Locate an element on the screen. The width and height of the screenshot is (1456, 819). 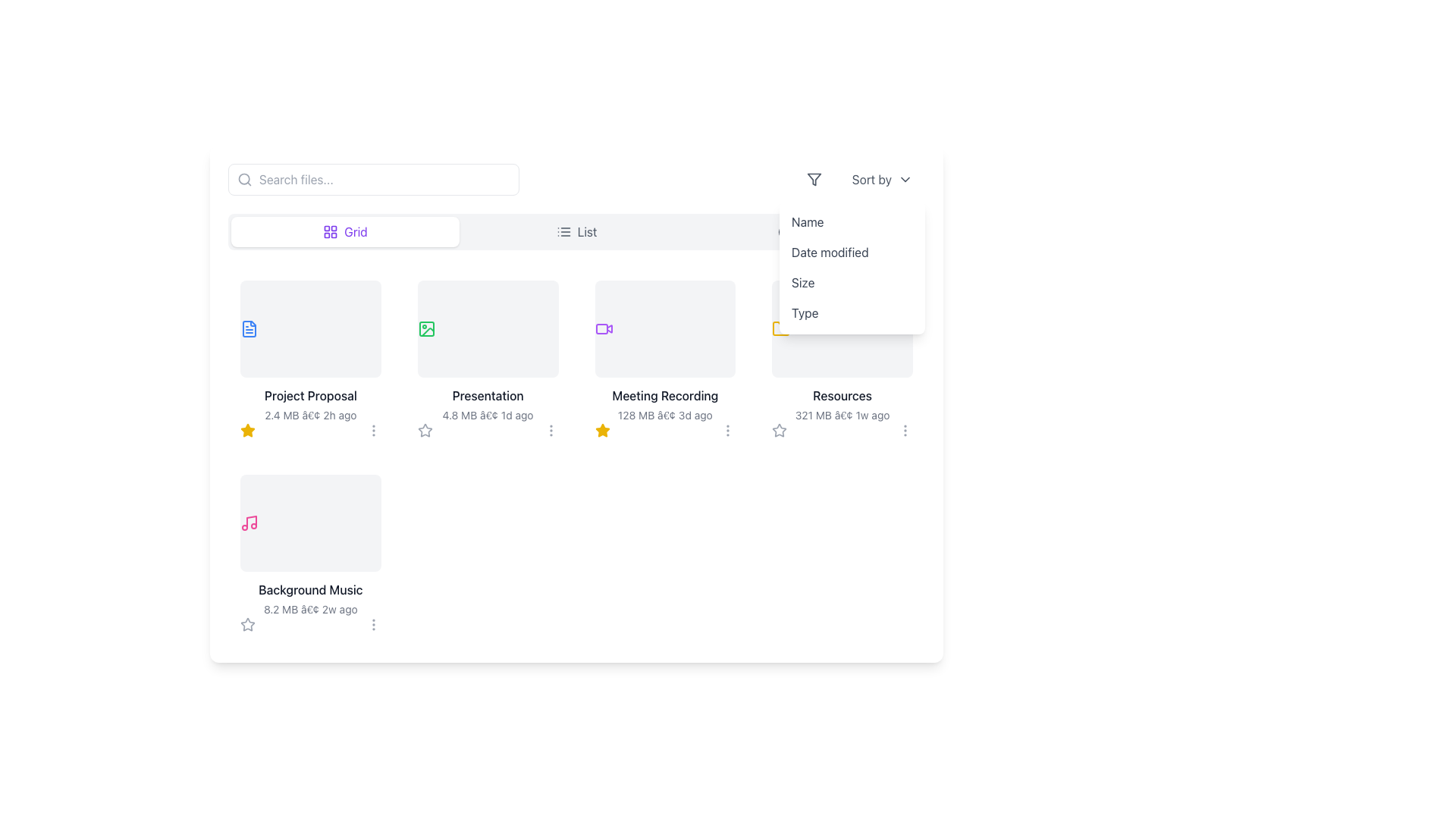
the smaller rectangular component of the video-related icon located on the left side within the purple outline in the 'Meeting Recording' file card, which is the third card from the left in the grid layout is located at coordinates (601, 328).